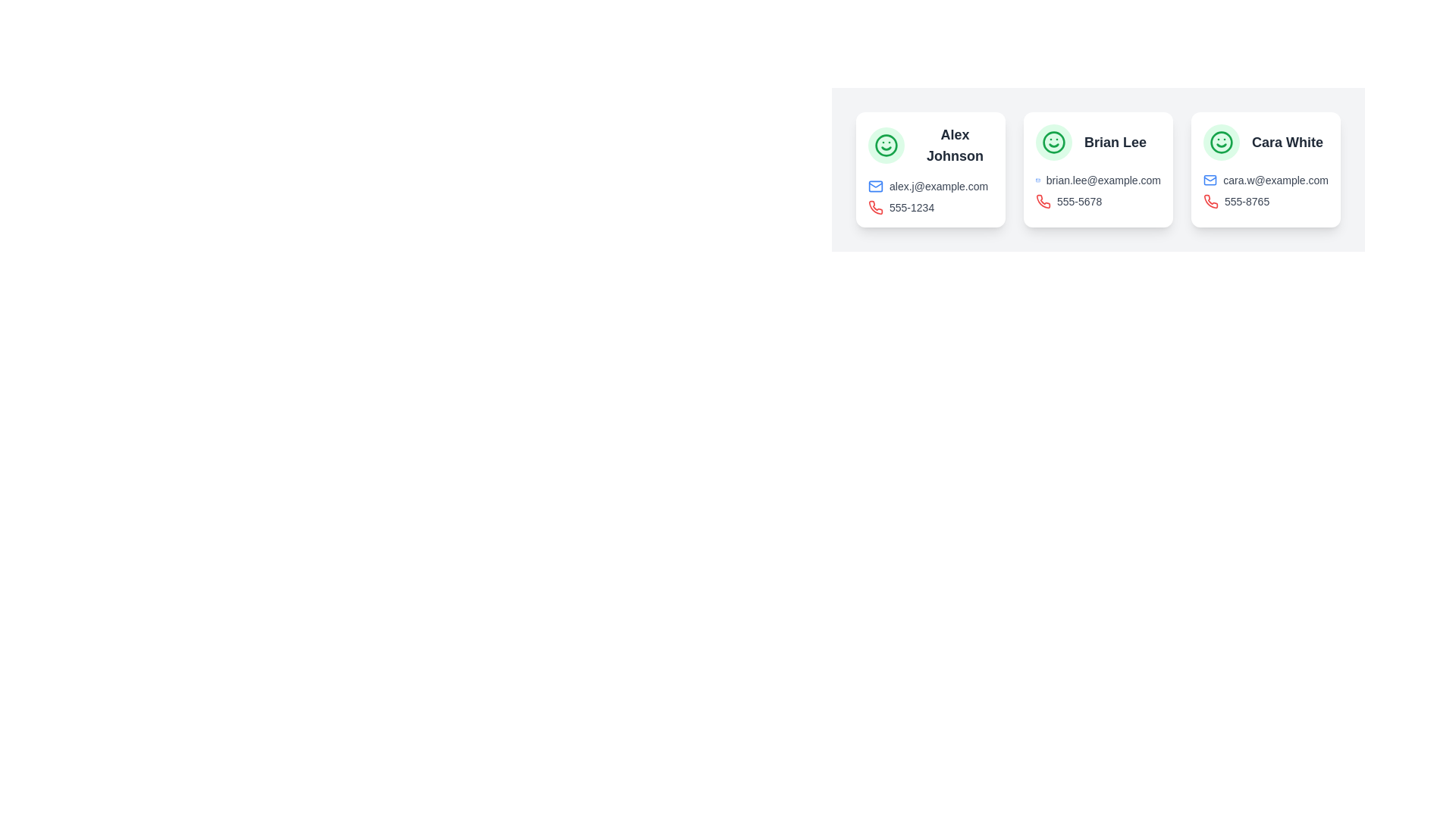 The width and height of the screenshot is (1456, 819). What do you see at coordinates (886, 146) in the screenshot?
I see `the icon representing a positive demeanor associated with the user 'Alex Johnson' for interaction` at bounding box center [886, 146].